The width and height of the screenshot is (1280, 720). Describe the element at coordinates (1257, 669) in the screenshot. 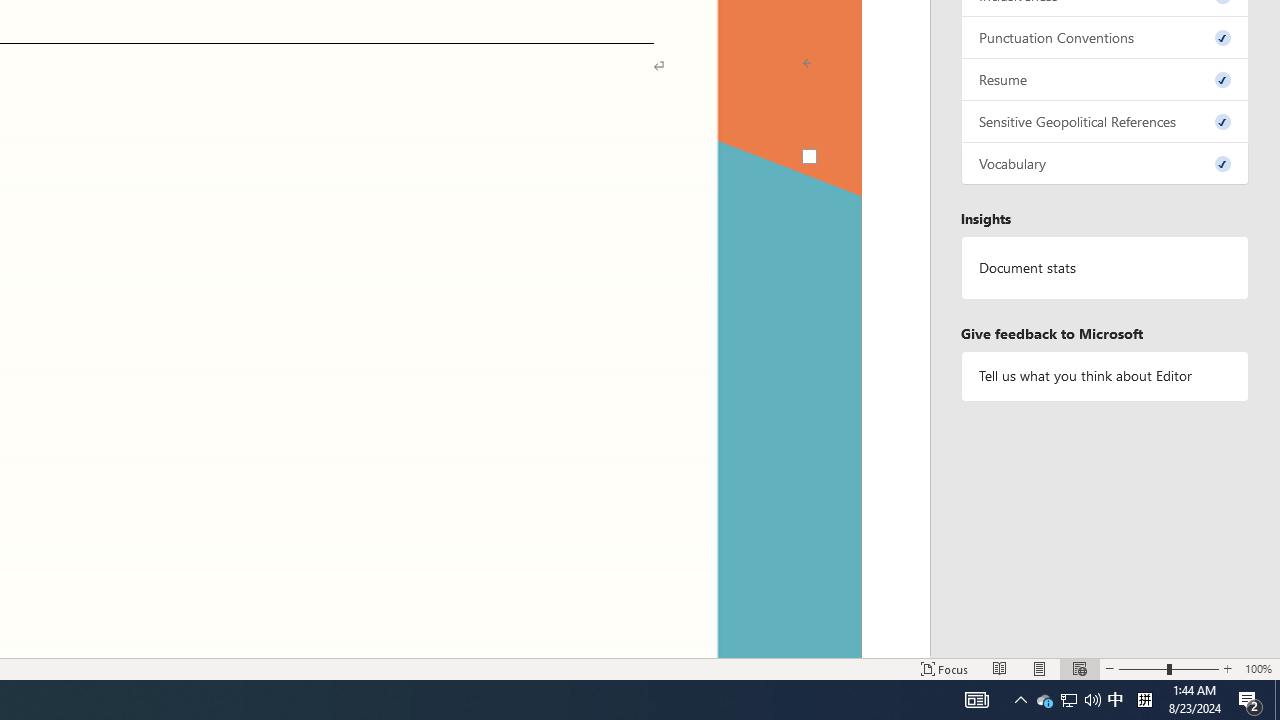

I see `'Zoom 100%'` at that location.